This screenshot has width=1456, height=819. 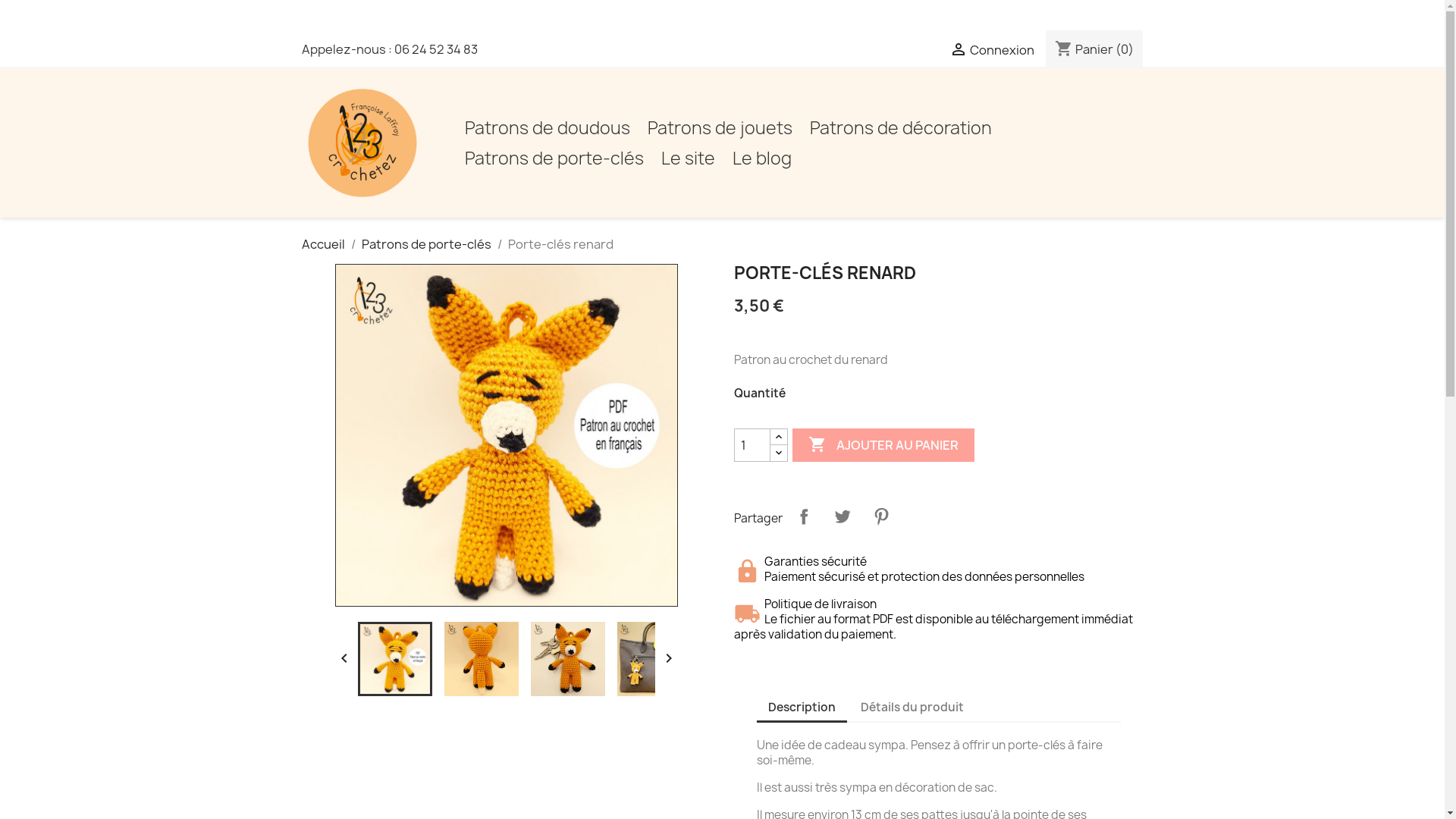 I want to click on 'Patrons de jouets', so click(x=719, y=127).